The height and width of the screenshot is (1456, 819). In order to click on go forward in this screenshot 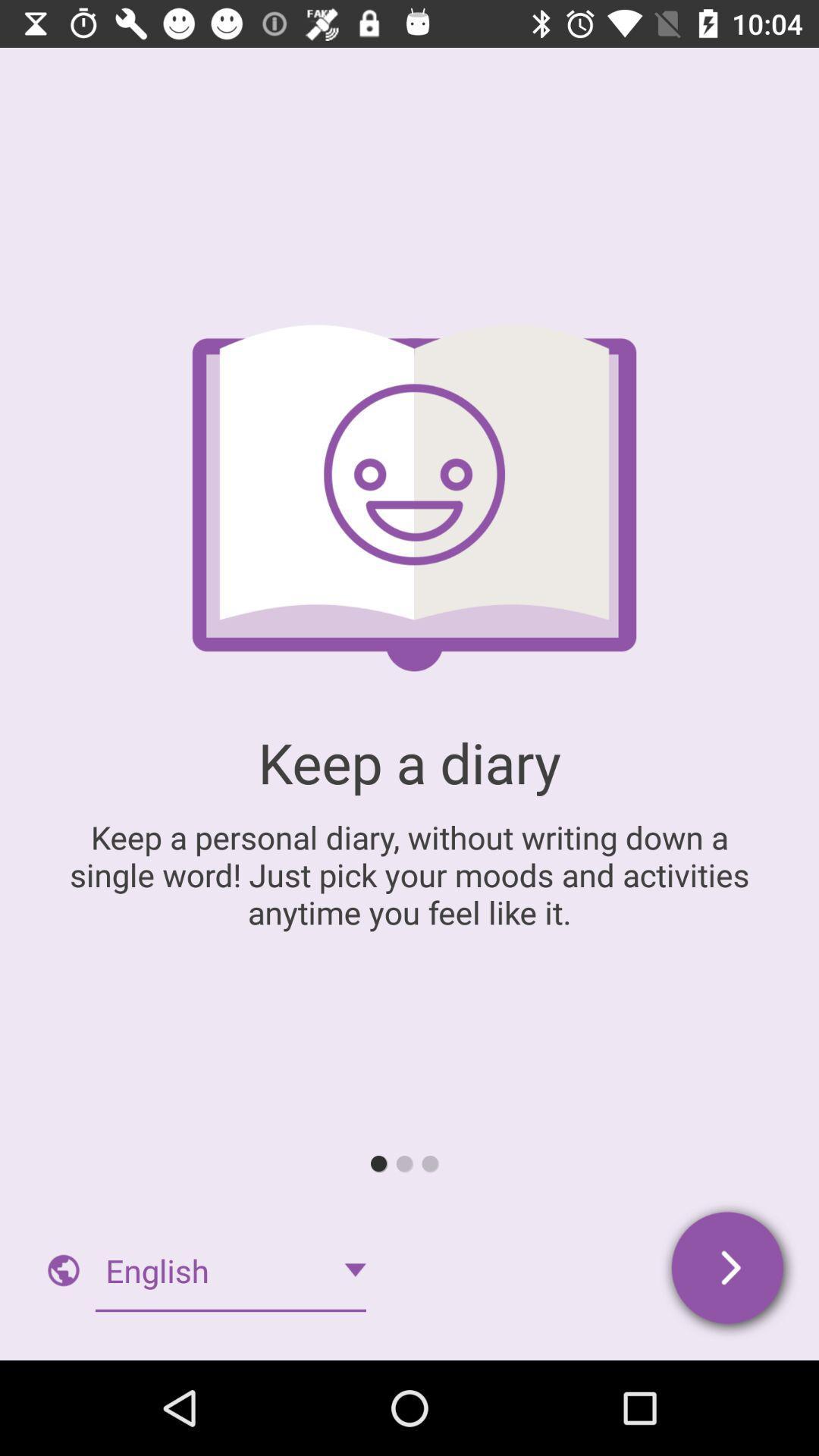, I will do `click(728, 1270)`.